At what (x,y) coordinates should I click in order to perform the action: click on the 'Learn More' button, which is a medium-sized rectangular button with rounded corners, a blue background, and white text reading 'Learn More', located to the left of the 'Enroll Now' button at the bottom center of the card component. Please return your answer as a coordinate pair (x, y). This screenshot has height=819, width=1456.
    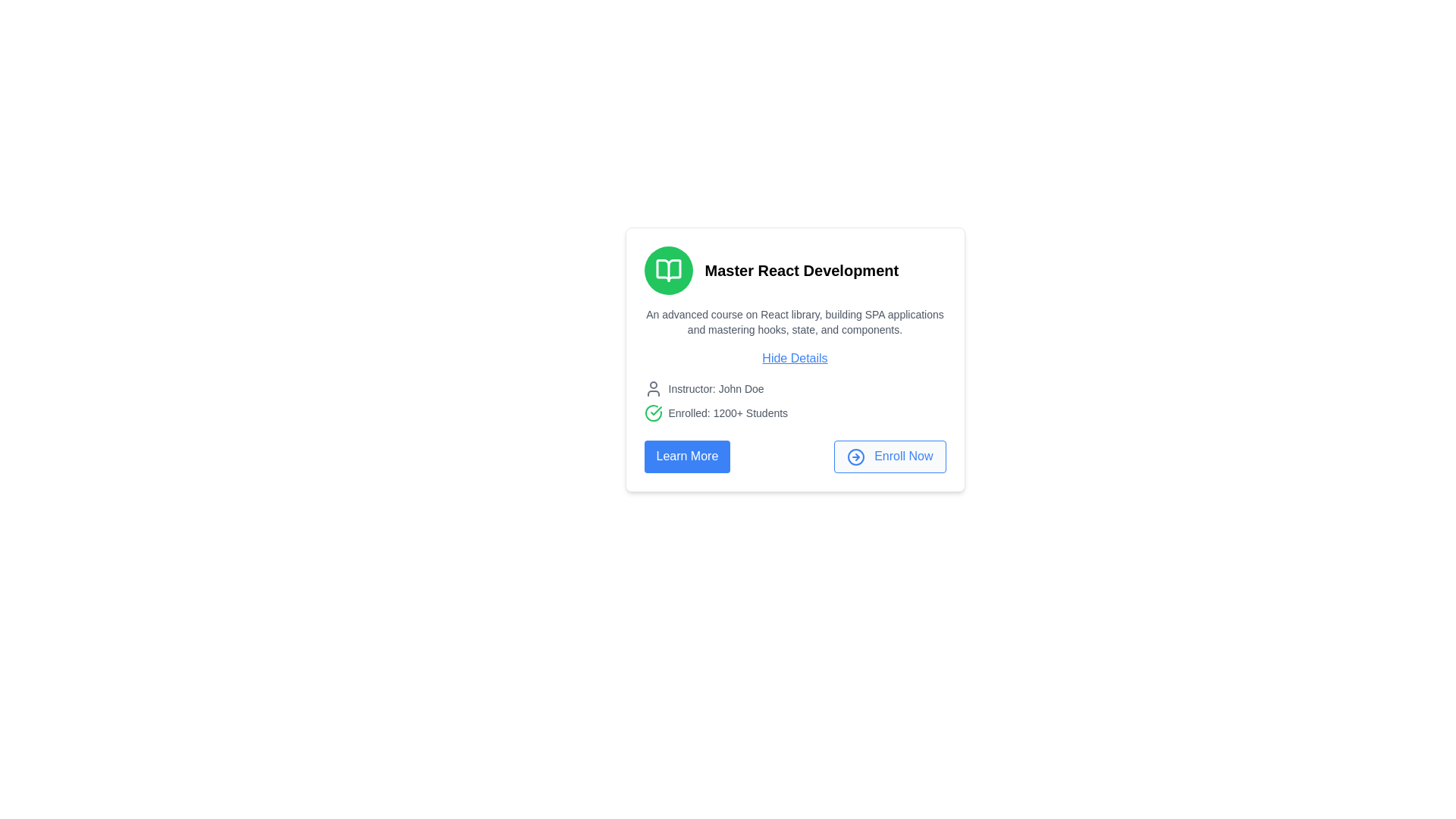
    Looking at the image, I should click on (686, 456).